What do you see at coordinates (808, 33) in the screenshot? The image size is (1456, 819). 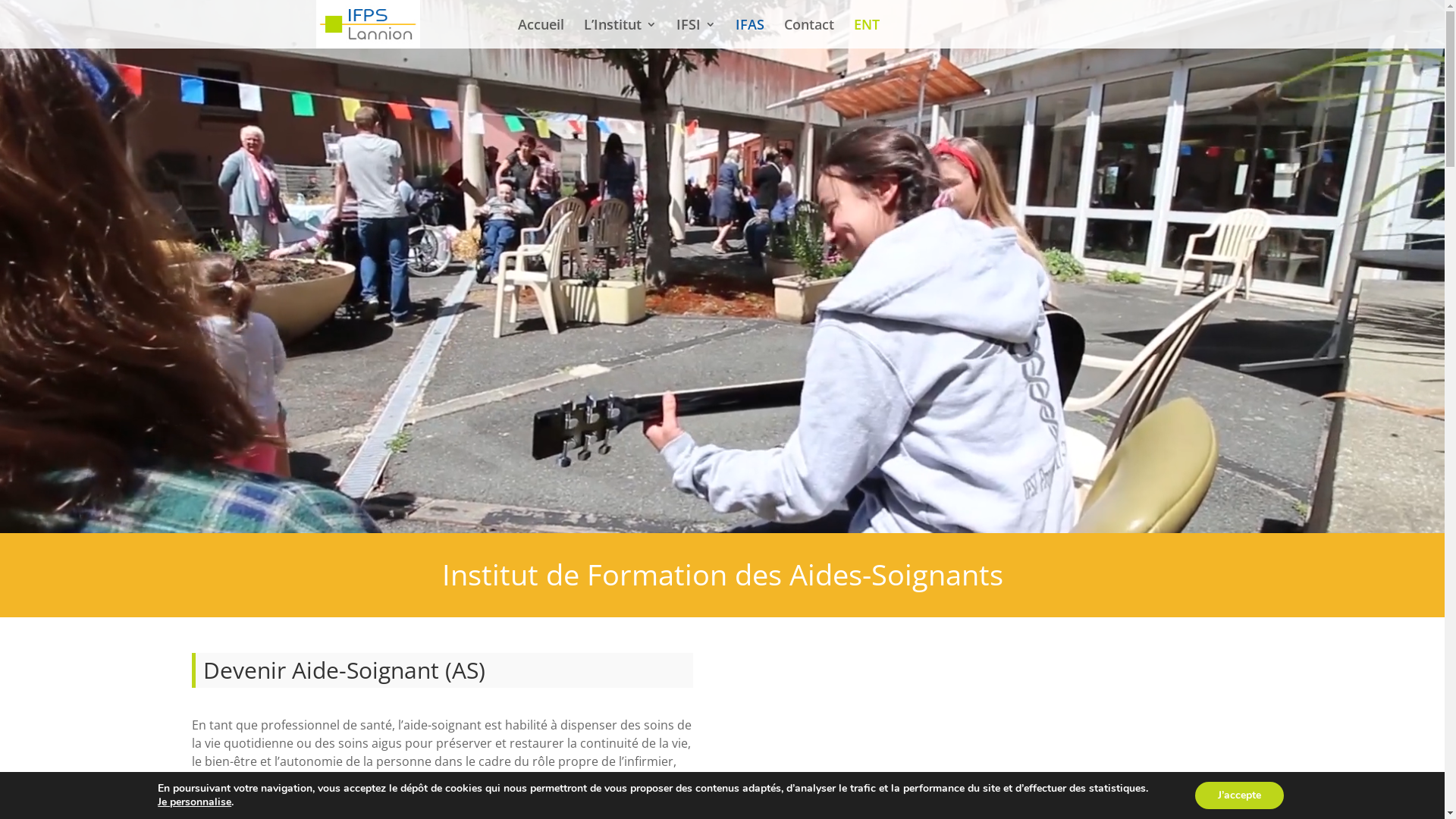 I see `'Contact'` at bounding box center [808, 33].